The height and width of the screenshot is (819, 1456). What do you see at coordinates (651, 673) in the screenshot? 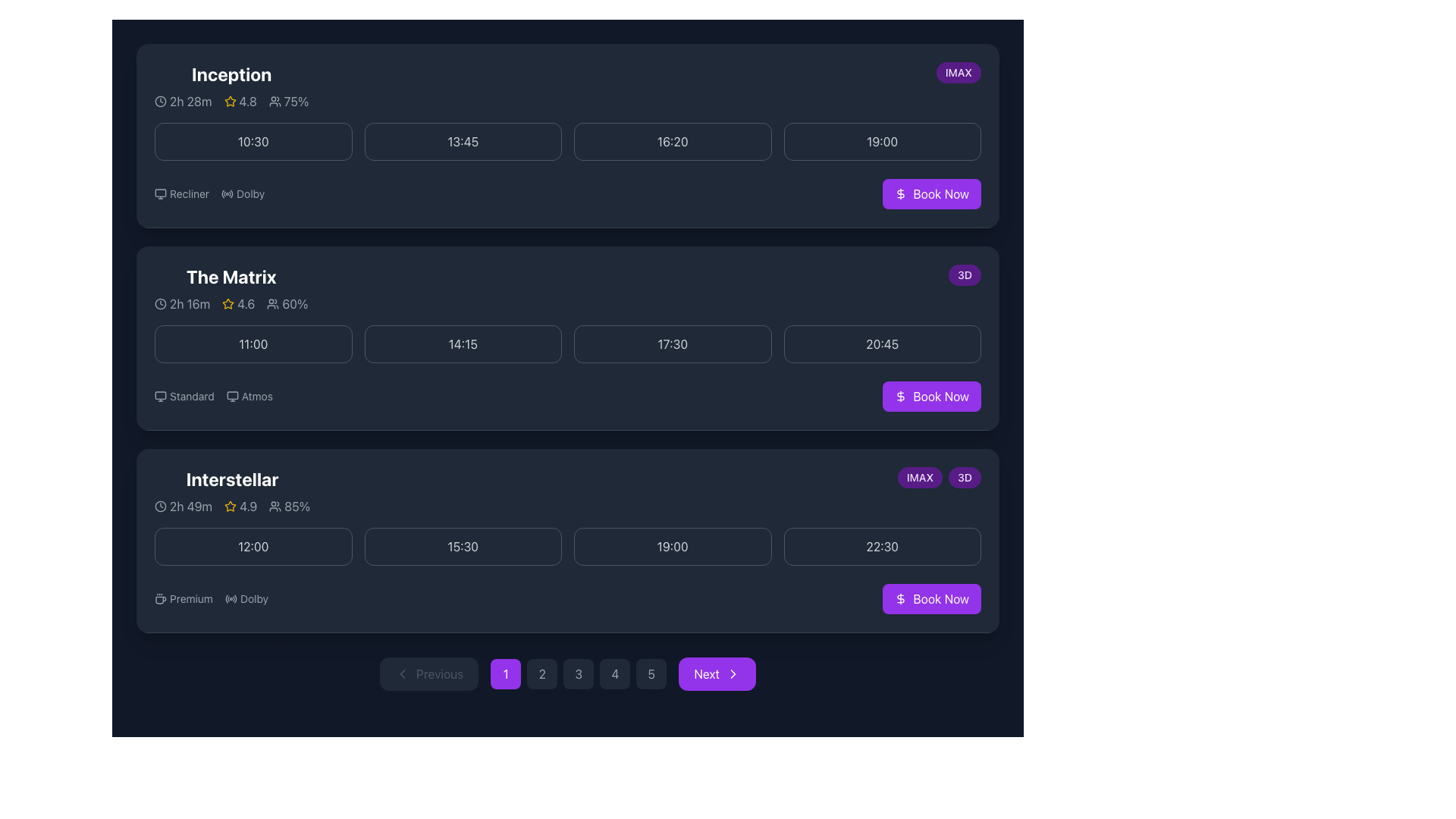
I see `the button labeled '5' located on the rightmost side of the bottom row in the paginated interface` at bounding box center [651, 673].